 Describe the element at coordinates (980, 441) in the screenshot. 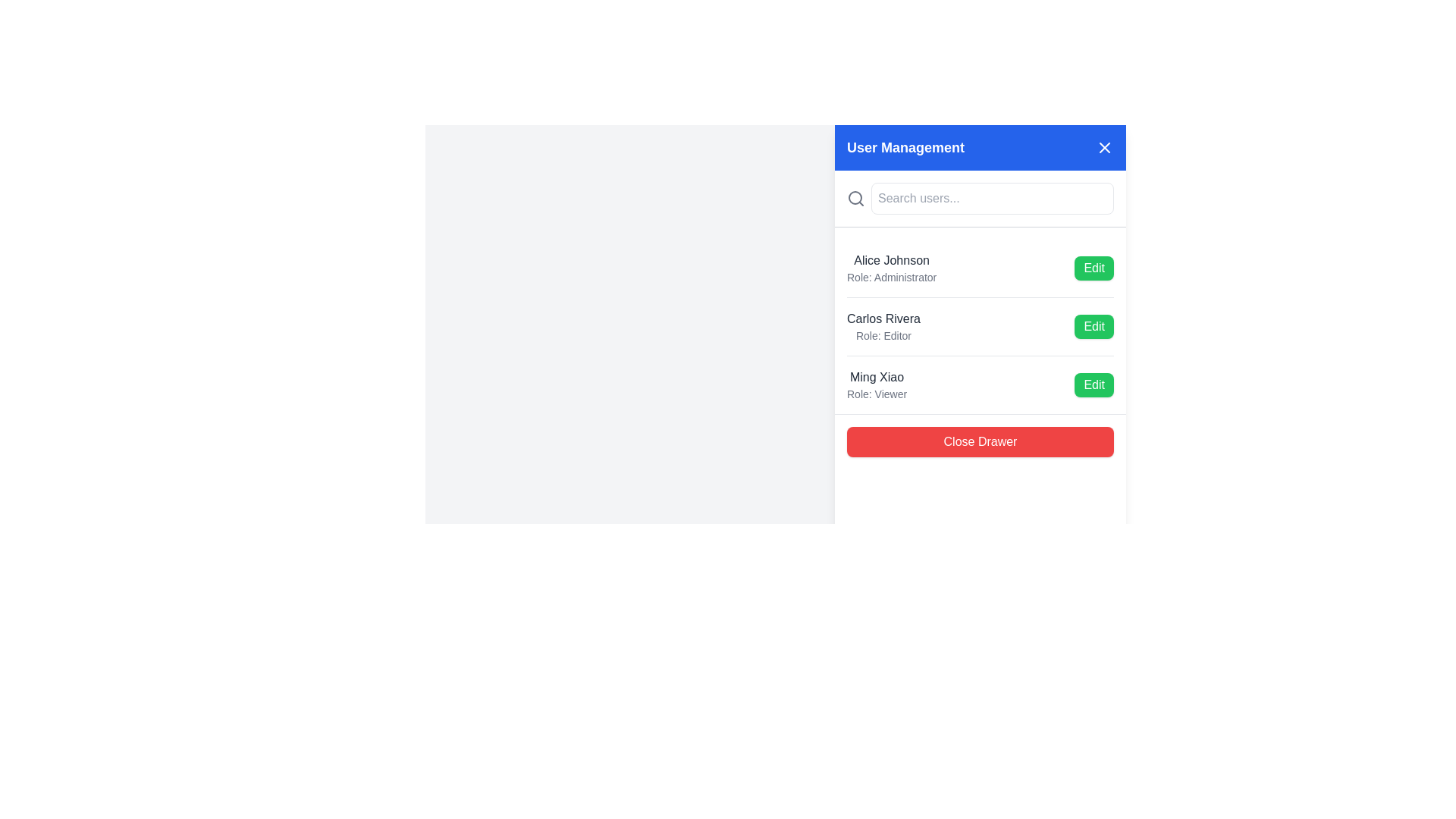

I see `the rectangular button with a red background and white text stating 'Close Drawer' located at the bottom right of the drawer` at that location.